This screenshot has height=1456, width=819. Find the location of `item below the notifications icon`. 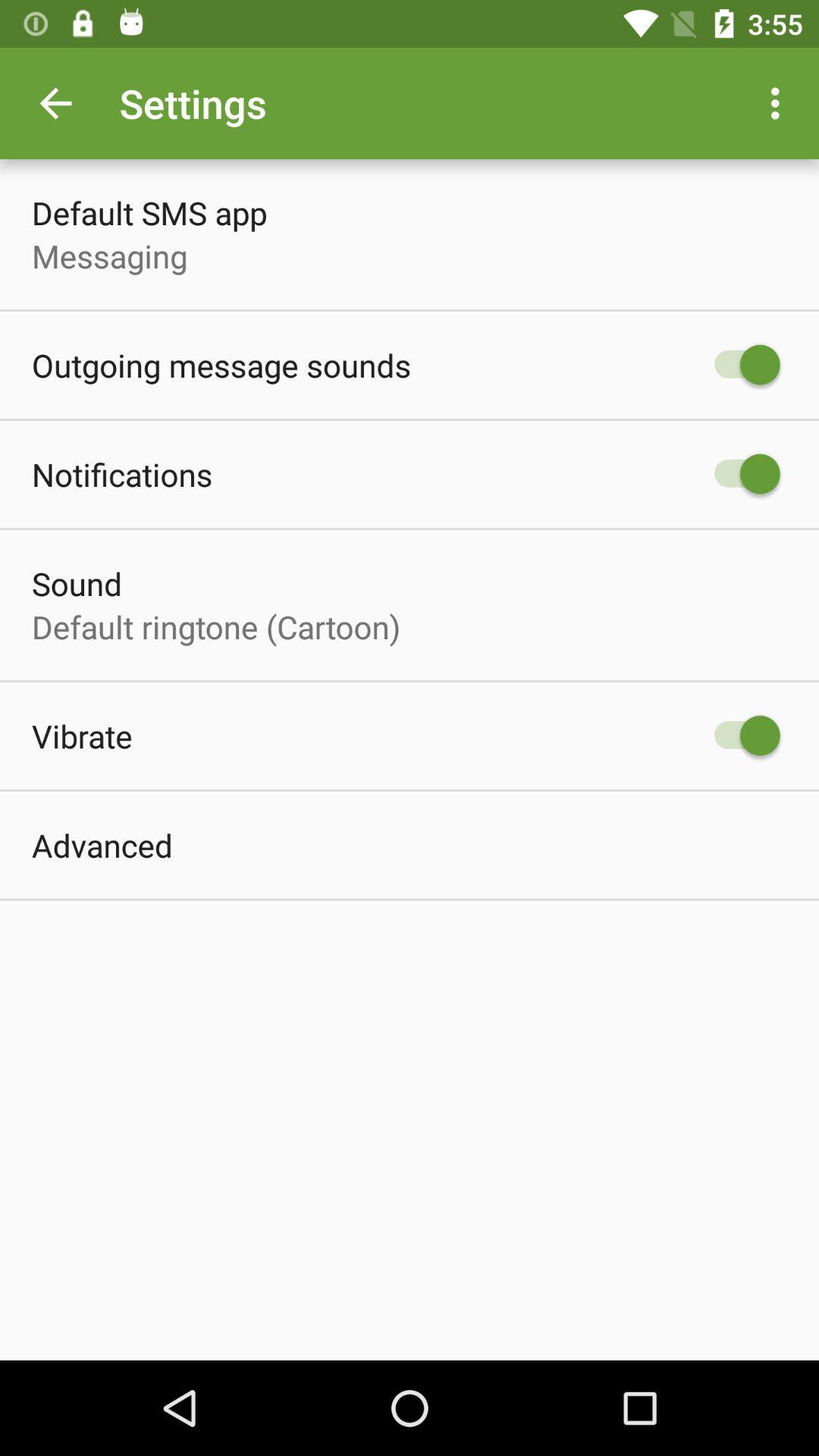

item below the notifications icon is located at coordinates (77, 582).